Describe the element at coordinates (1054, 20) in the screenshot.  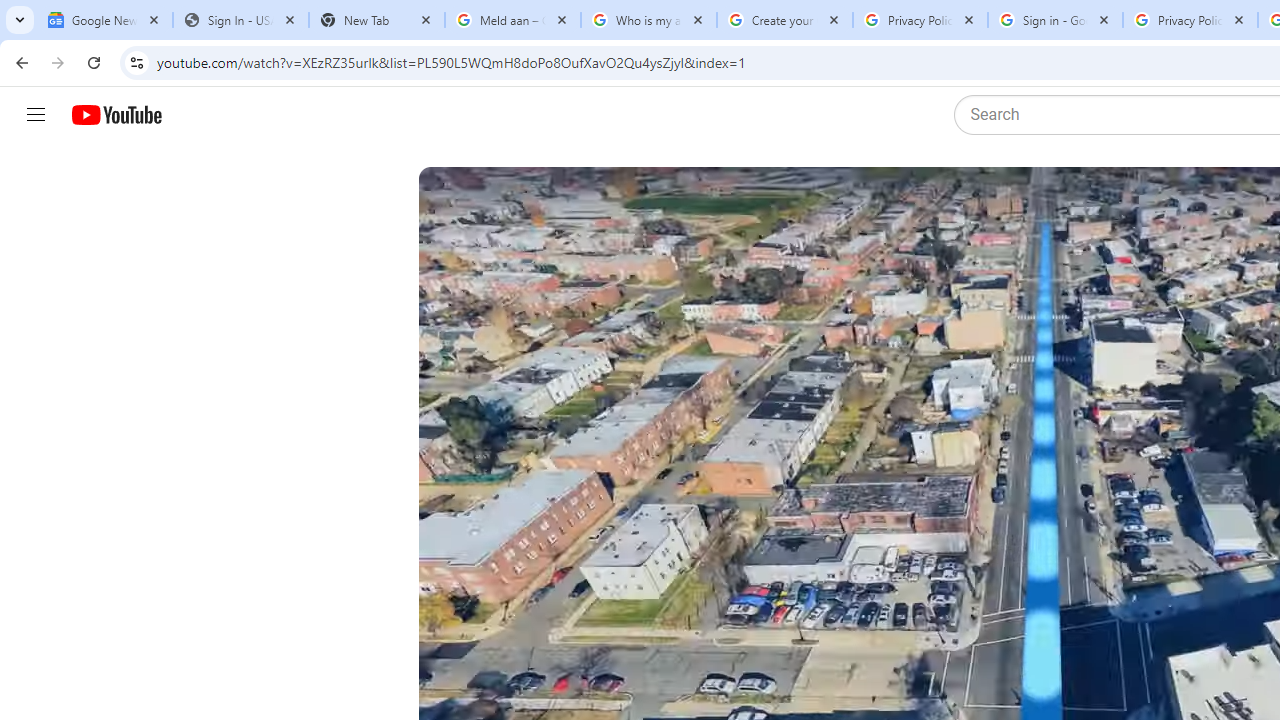
I see `'Sign in - Google Accounts'` at that location.